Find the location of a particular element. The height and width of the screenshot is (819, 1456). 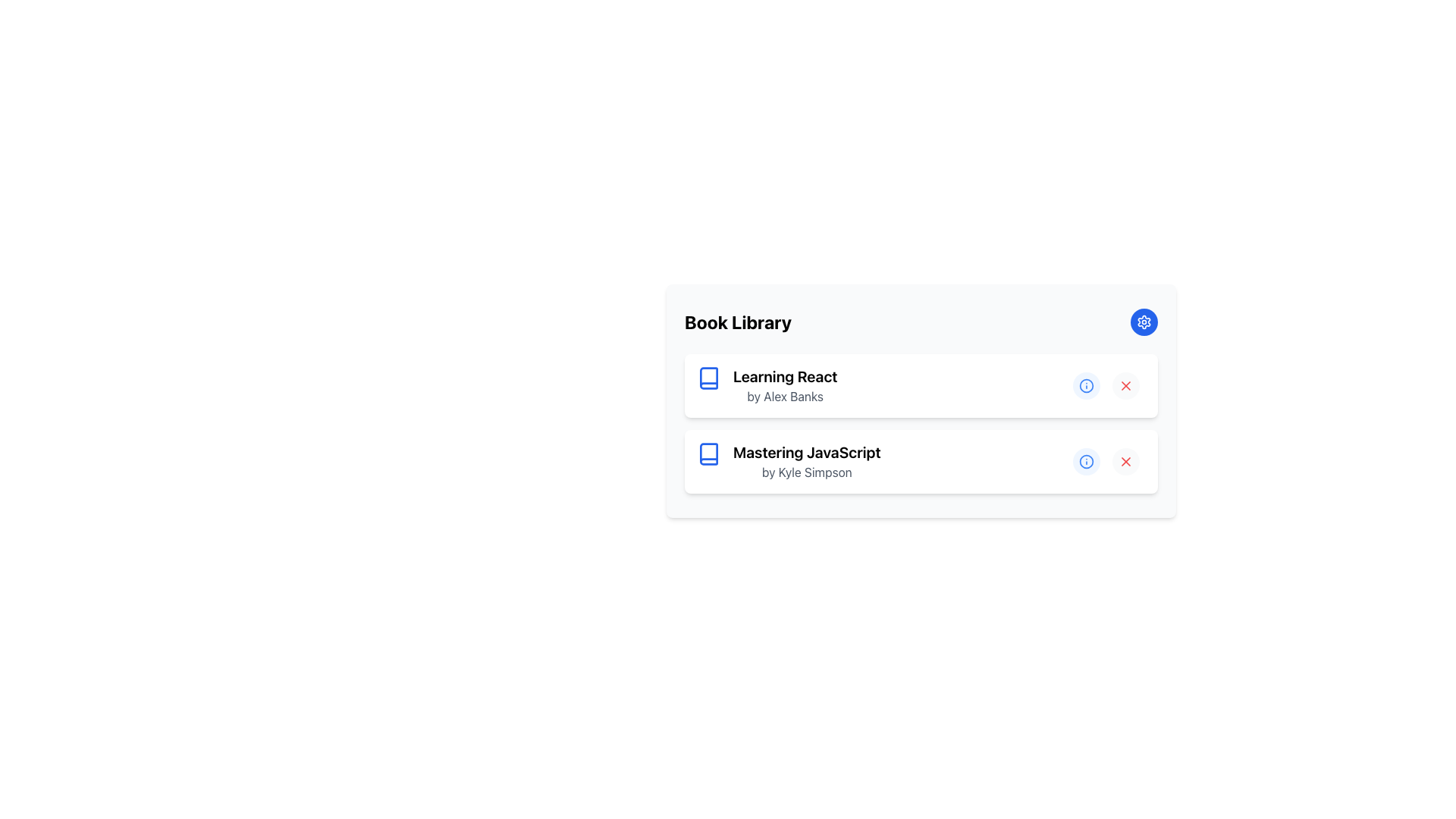

the text label displaying the author's name for the book 'Learning React', which is located directly below the book title and aligned to the left is located at coordinates (785, 396).